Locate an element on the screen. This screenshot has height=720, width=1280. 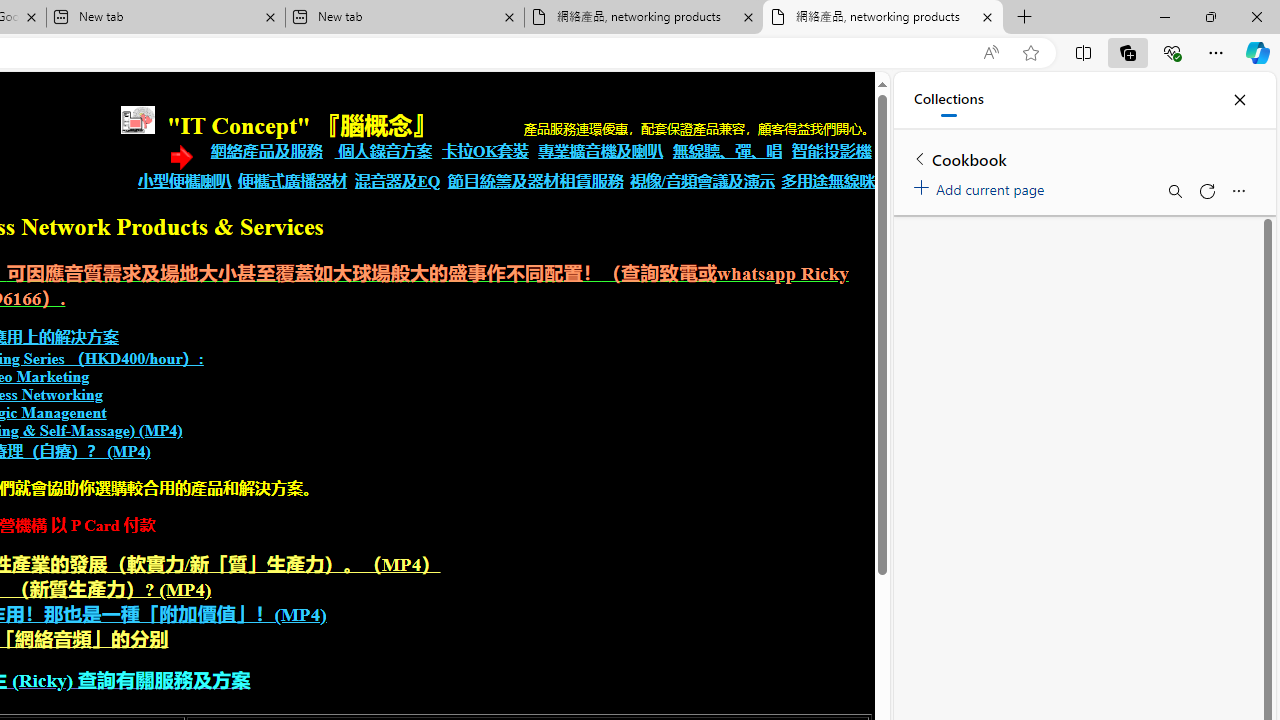
'Back to list of collections' is located at coordinates (919, 158).